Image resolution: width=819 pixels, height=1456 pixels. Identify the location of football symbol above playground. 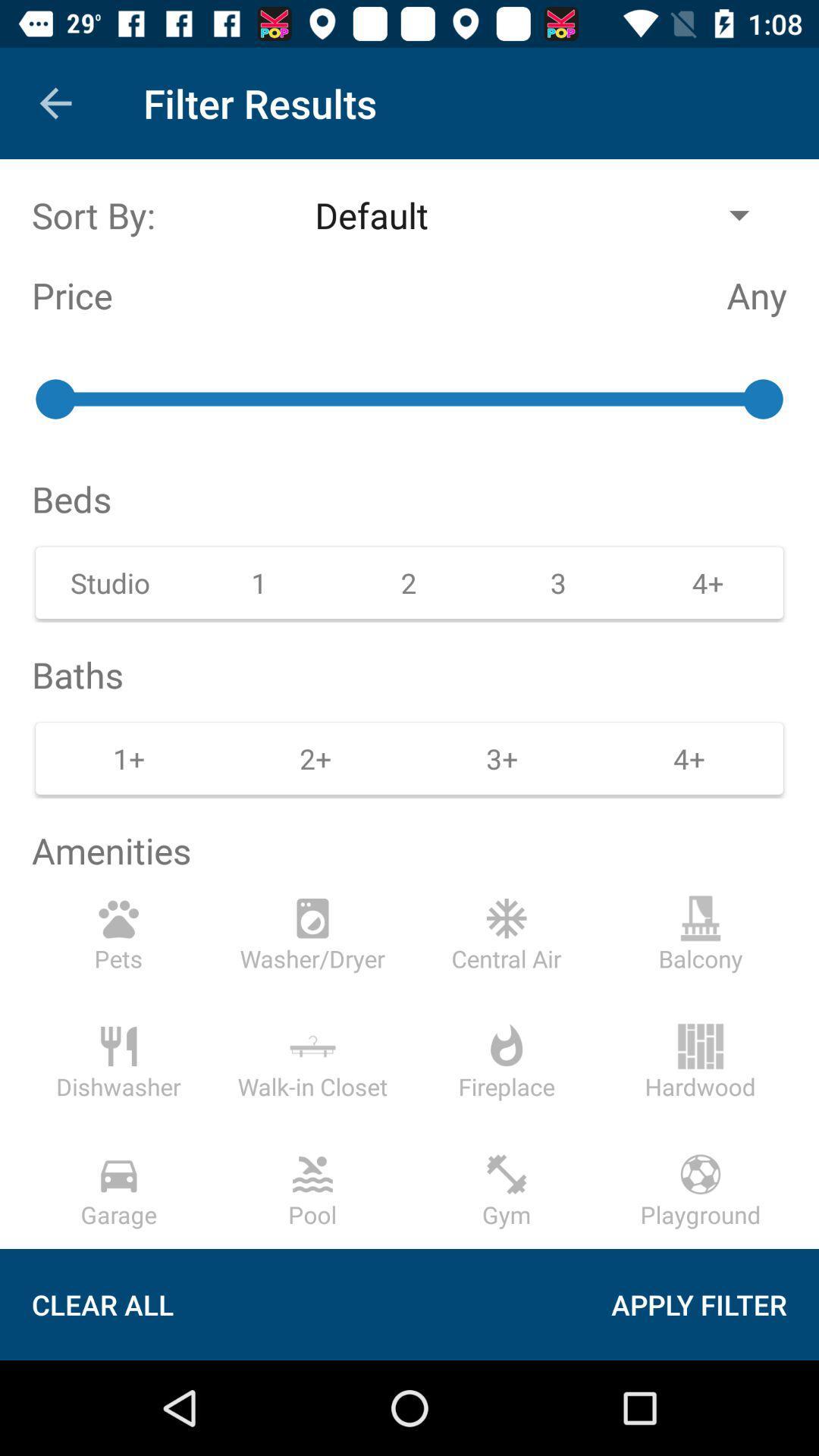
(701, 1173).